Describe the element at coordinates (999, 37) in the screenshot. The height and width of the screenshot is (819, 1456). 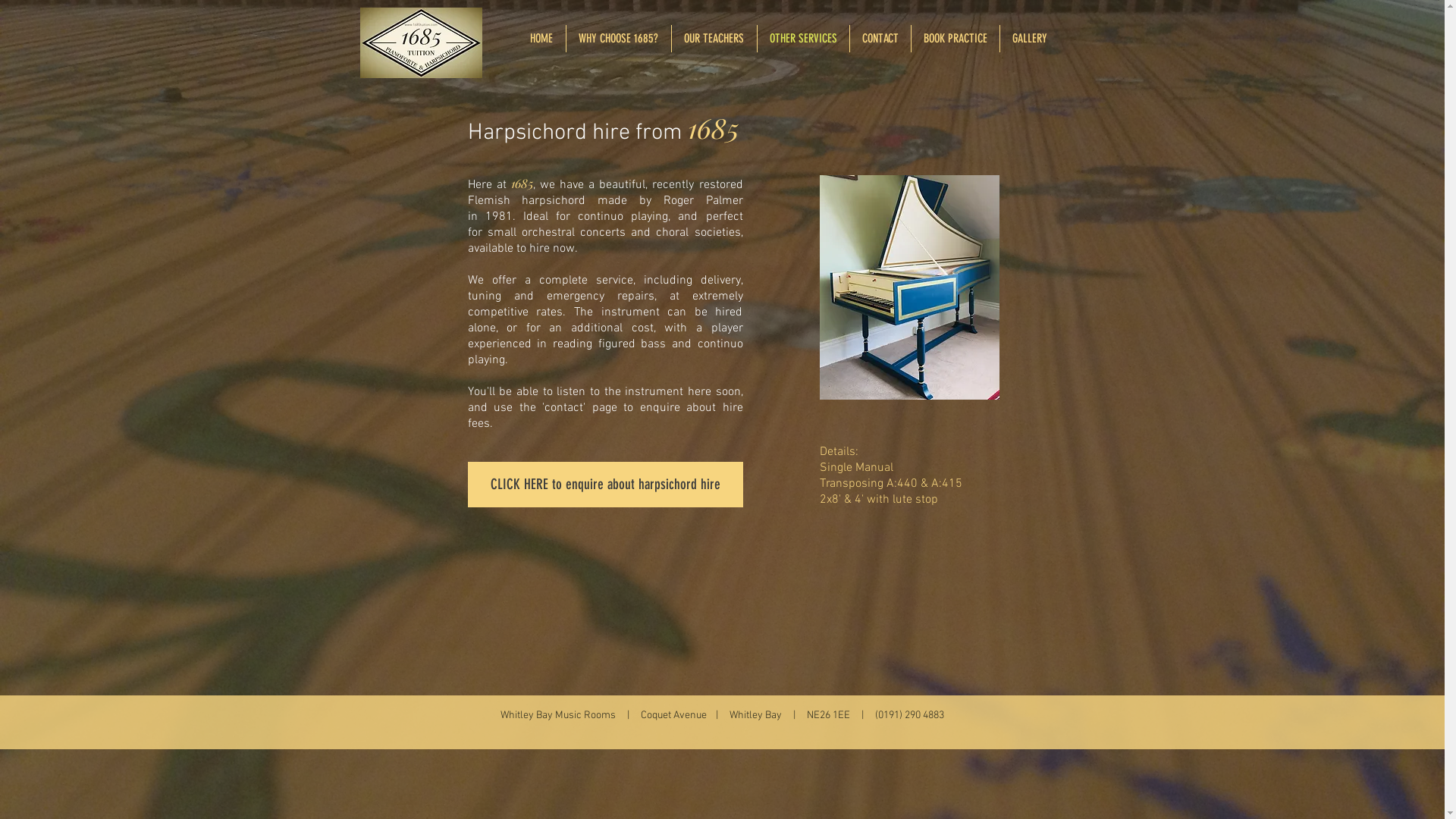
I see `'GALLERY'` at that location.